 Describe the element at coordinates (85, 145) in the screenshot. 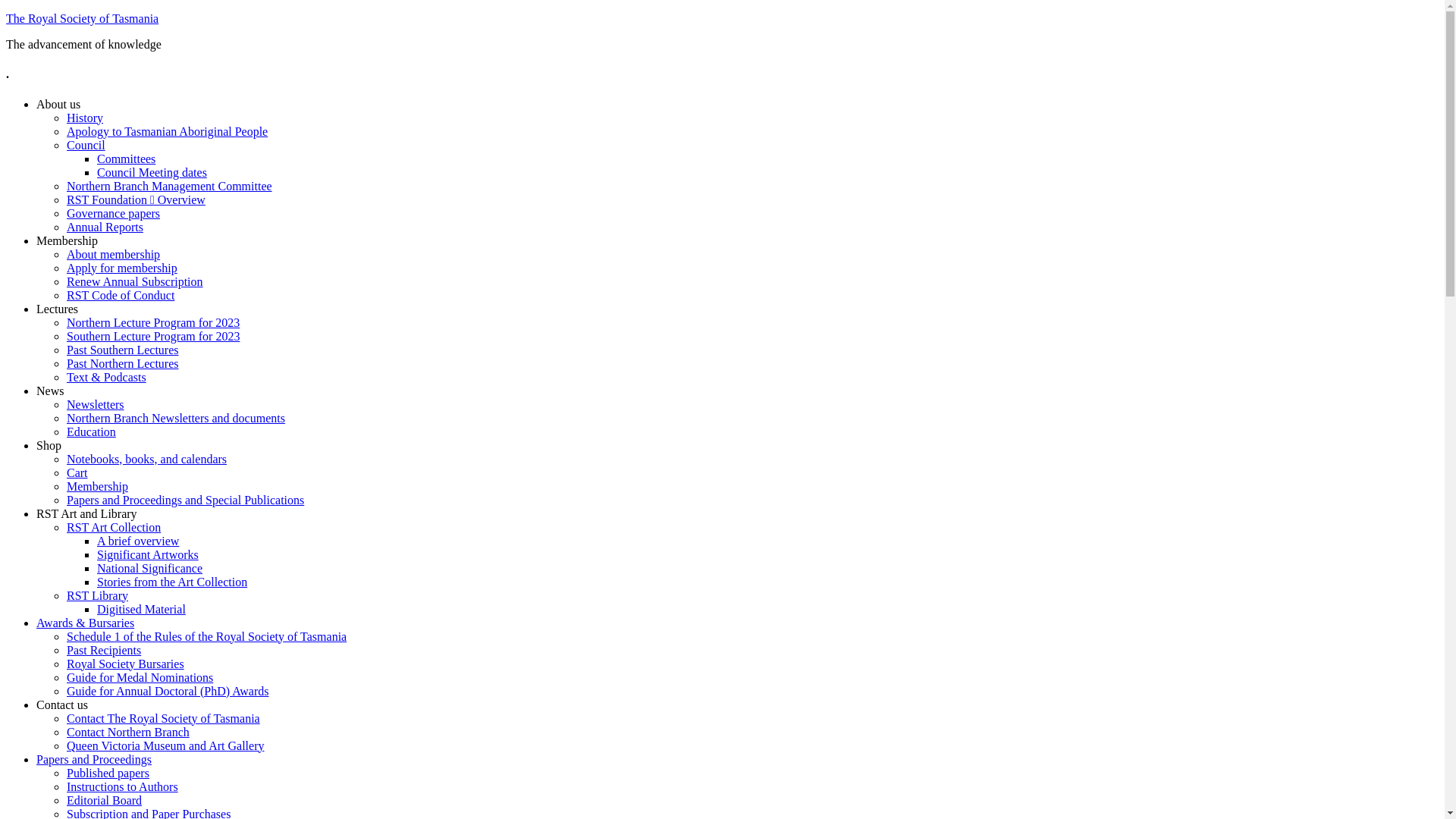

I see `'Council'` at that location.